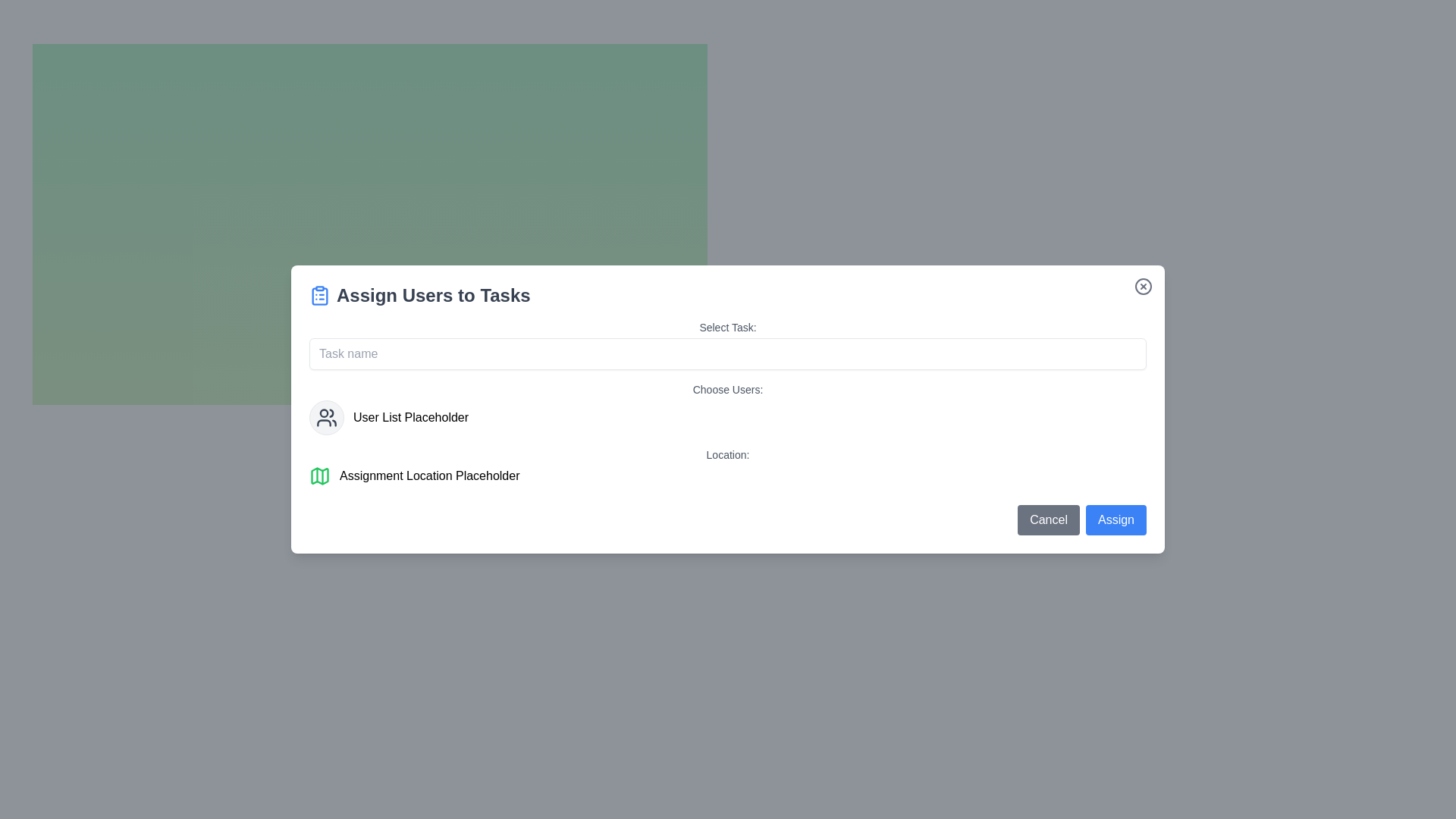  Describe the element at coordinates (319, 475) in the screenshot. I see `the 'Location' icon in the 'Assign Users to Tasks' dialog, which is paired with the label 'Assignment Location Placeholder.'` at that location.